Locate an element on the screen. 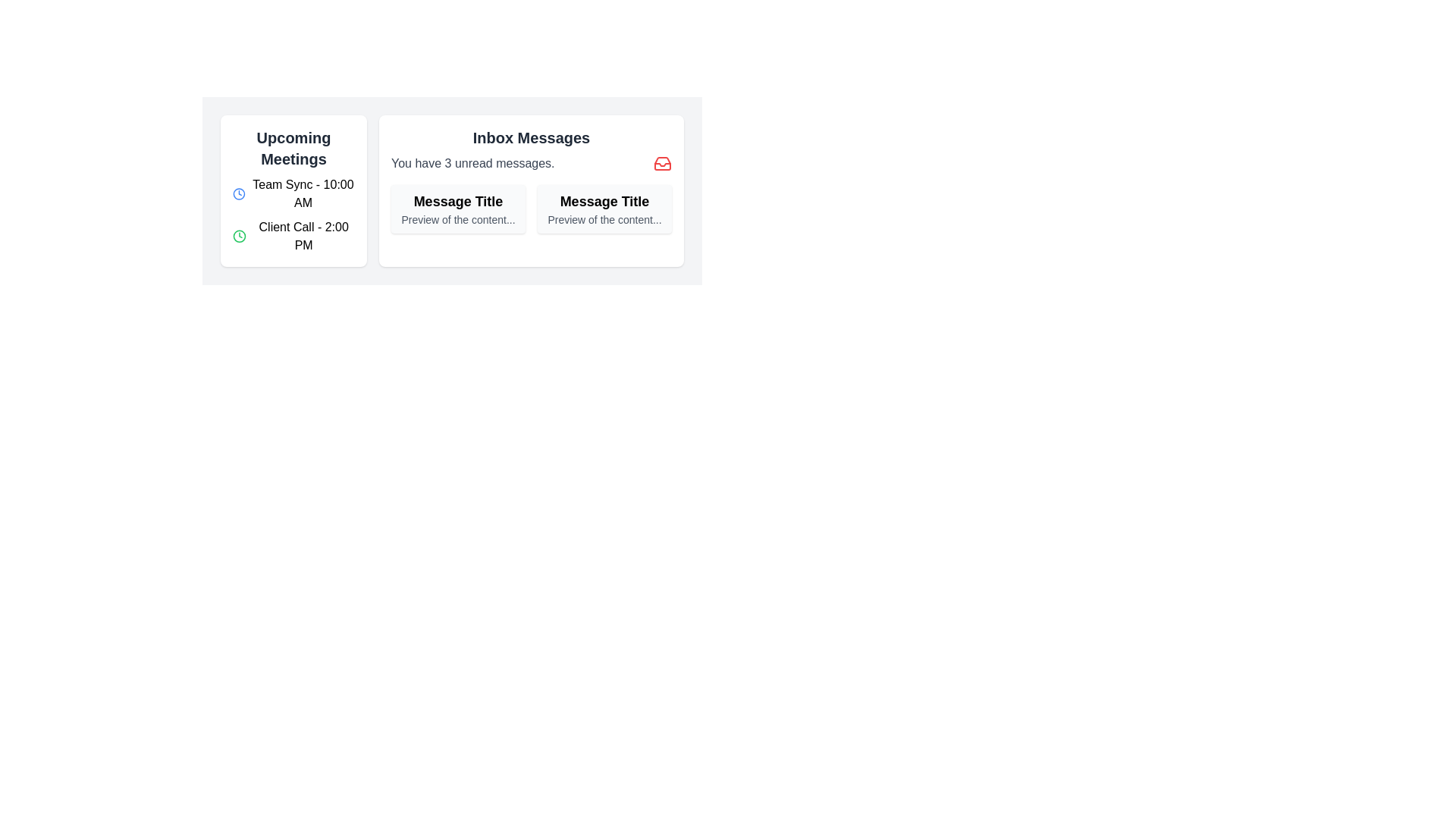 The width and height of the screenshot is (1456, 819). the icon indicating the inbox section, located at the rightmost part of the 'Inbox Messages' section, near the text 'You have 3 unread messages.' is located at coordinates (662, 164).